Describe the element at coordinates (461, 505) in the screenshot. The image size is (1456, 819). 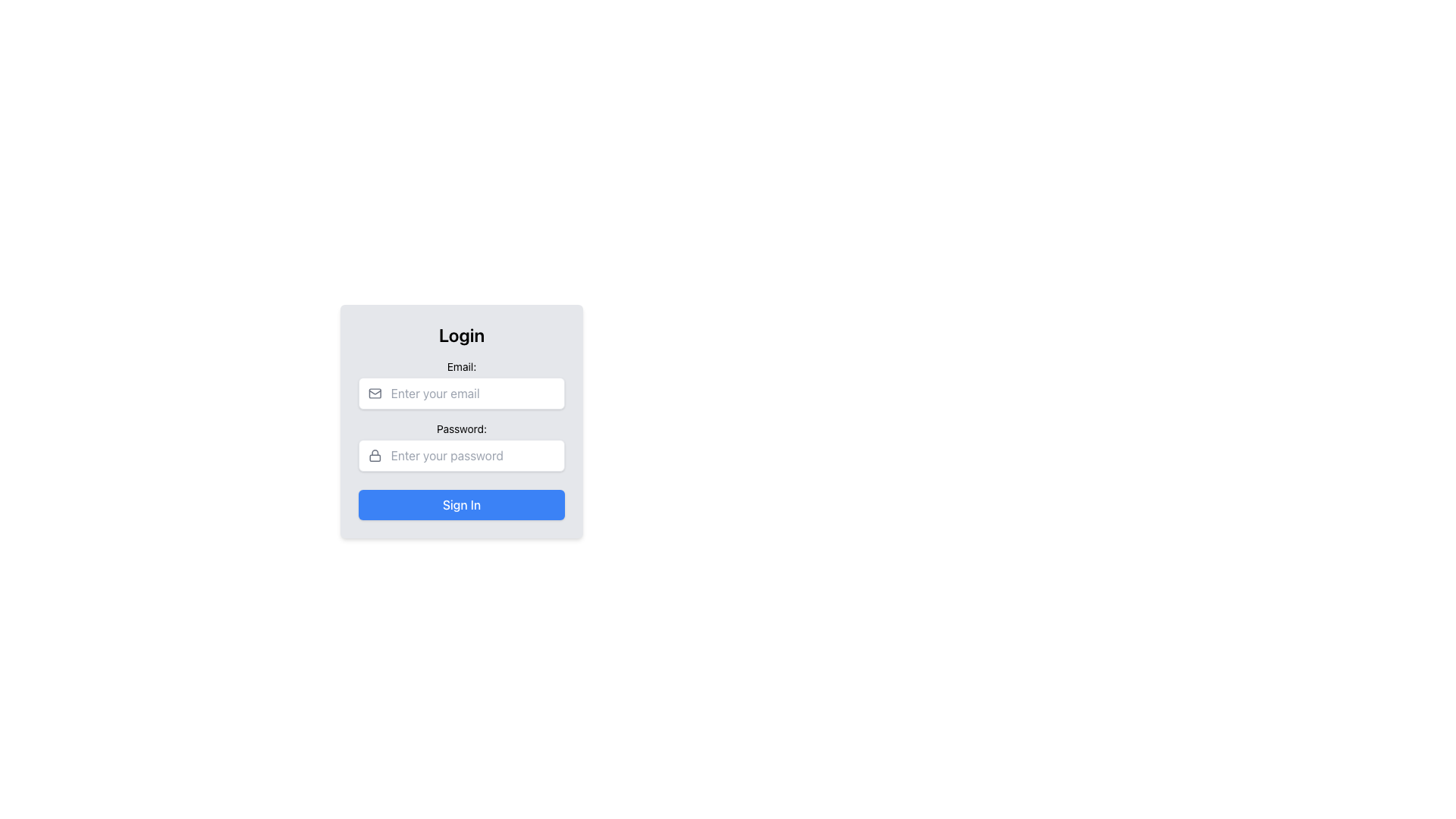
I see `the 'Sign In' button located at the bottom of the login form` at that location.